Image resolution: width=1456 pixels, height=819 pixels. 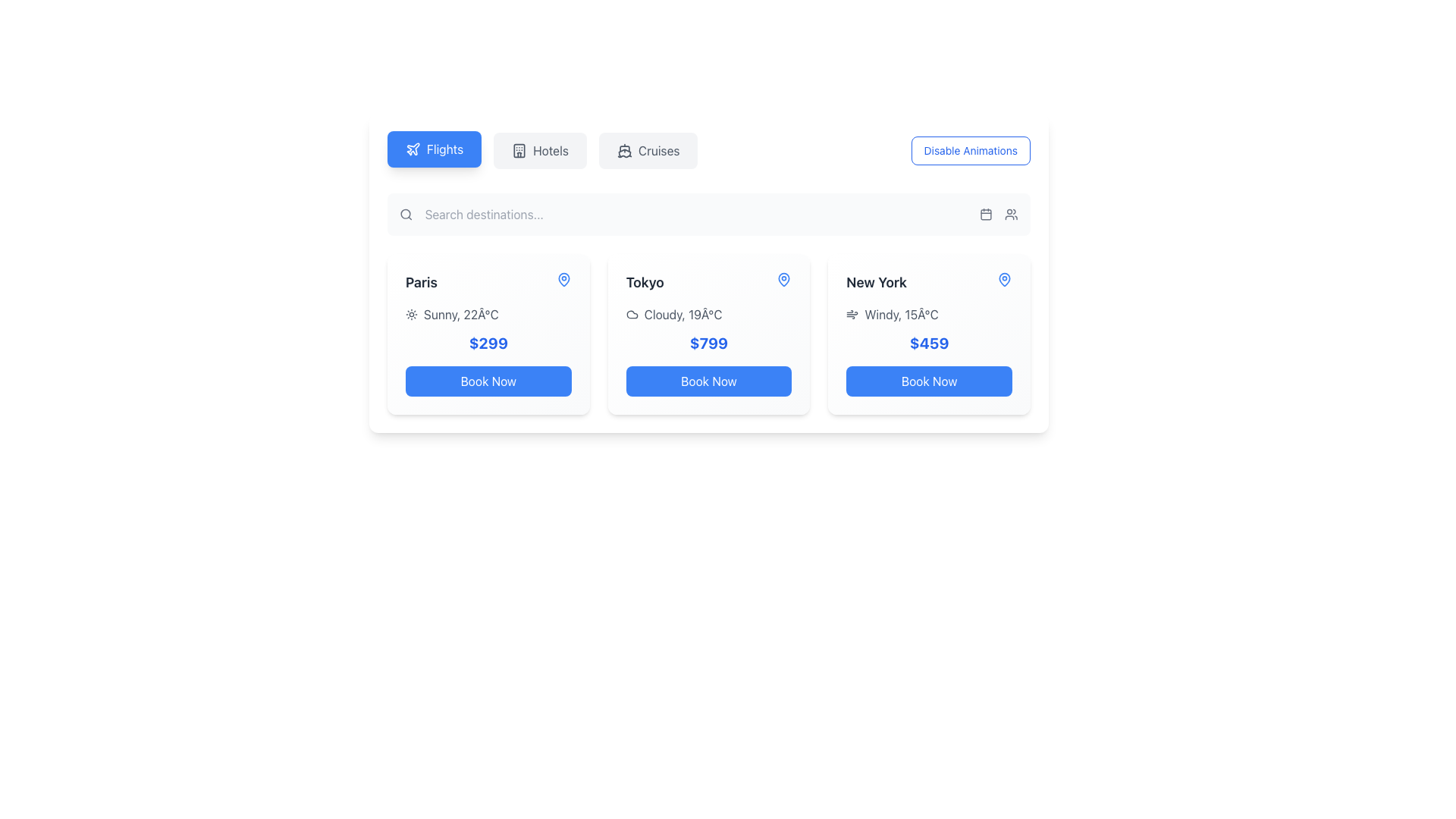 I want to click on the navigational button for the cruises section, which is the third option in the top center group of buttons, so click(x=648, y=151).